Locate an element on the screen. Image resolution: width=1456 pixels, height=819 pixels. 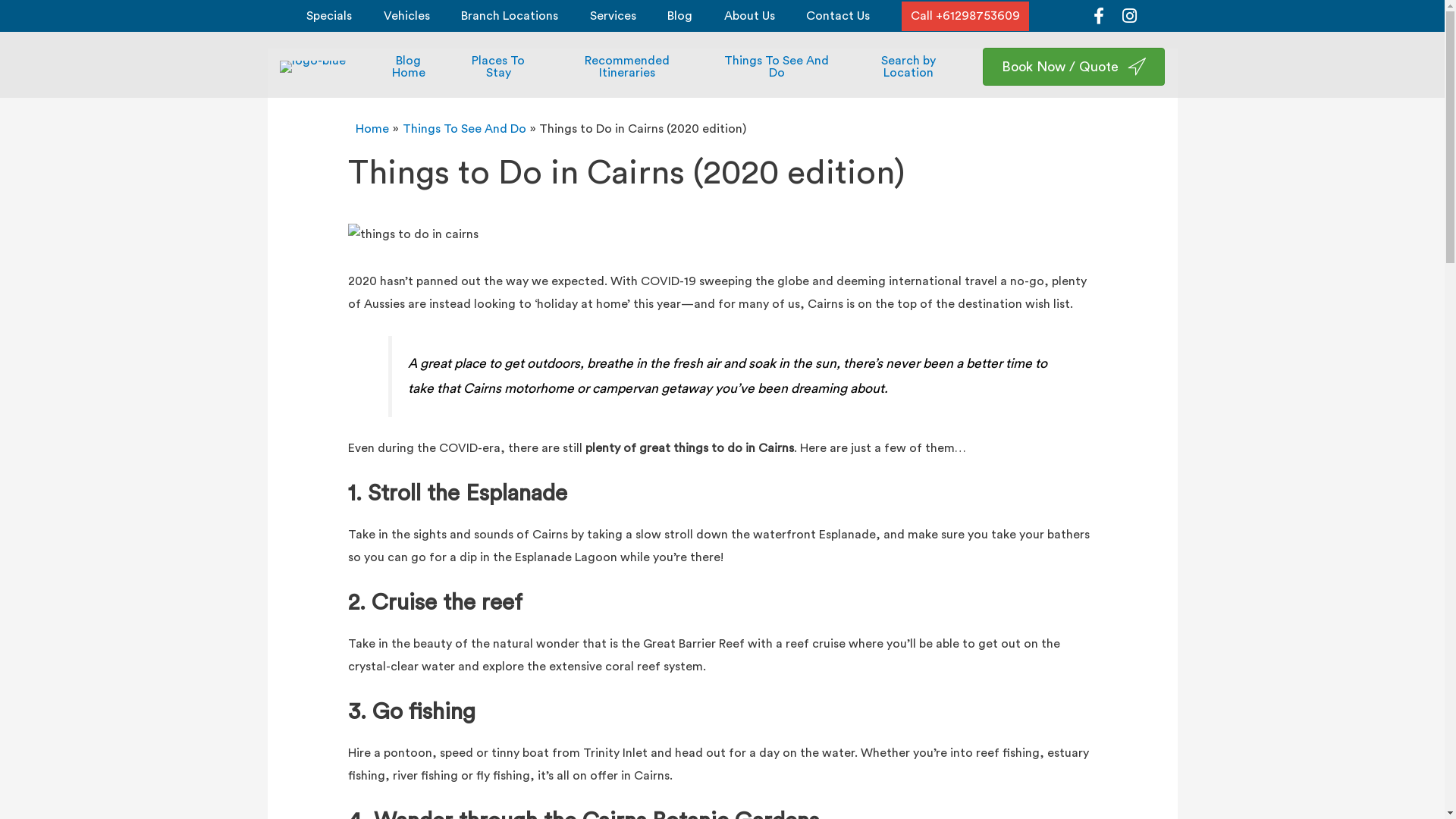
'Things To See And Do' is located at coordinates (463, 127).